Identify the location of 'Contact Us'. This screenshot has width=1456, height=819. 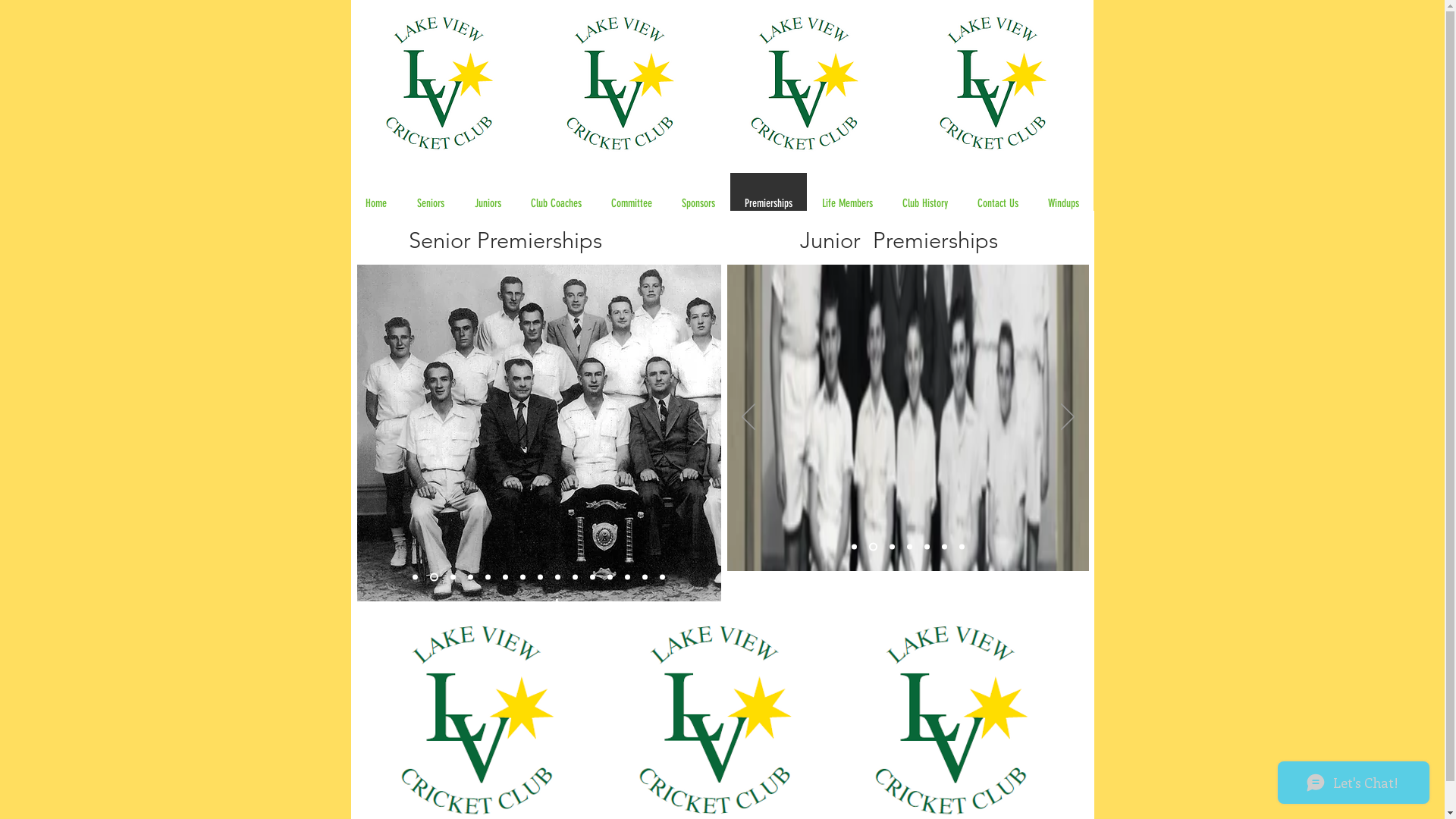
(996, 202).